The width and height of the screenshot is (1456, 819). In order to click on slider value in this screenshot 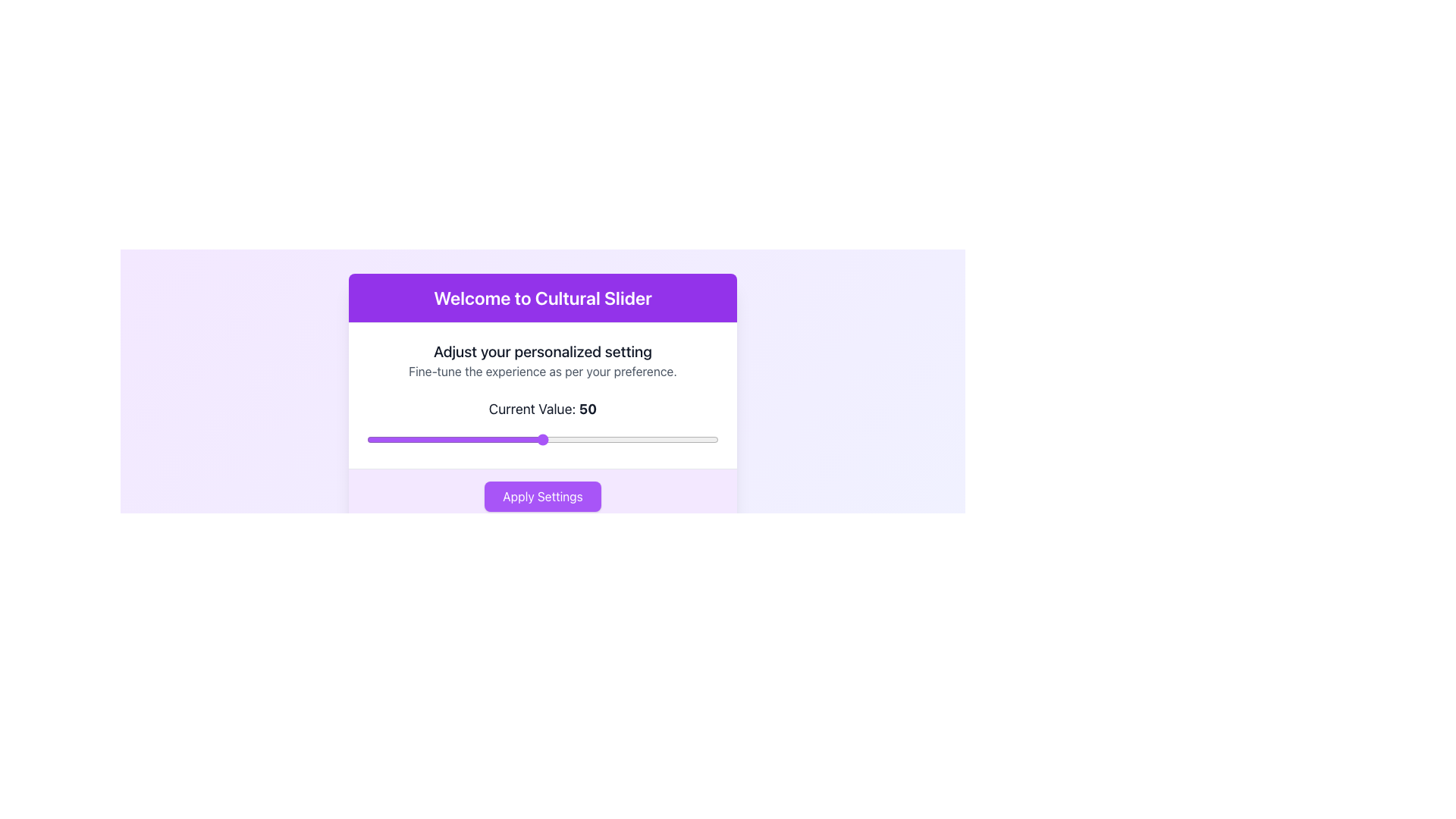, I will do `click(482, 439)`.